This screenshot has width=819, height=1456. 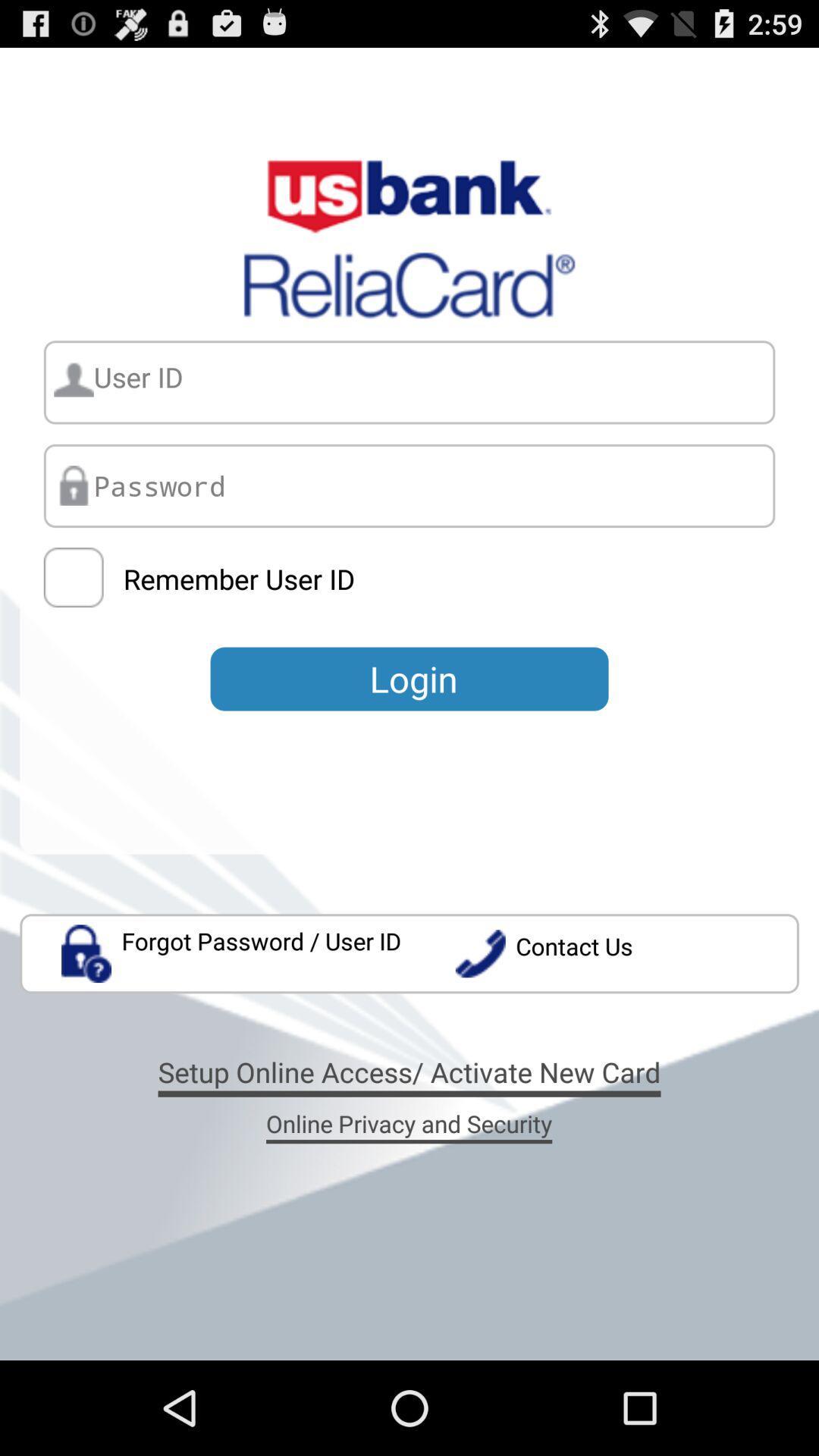 What do you see at coordinates (409, 1071) in the screenshot?
I see `the icon below forgot password user app` at bounding box center [409, 1071].